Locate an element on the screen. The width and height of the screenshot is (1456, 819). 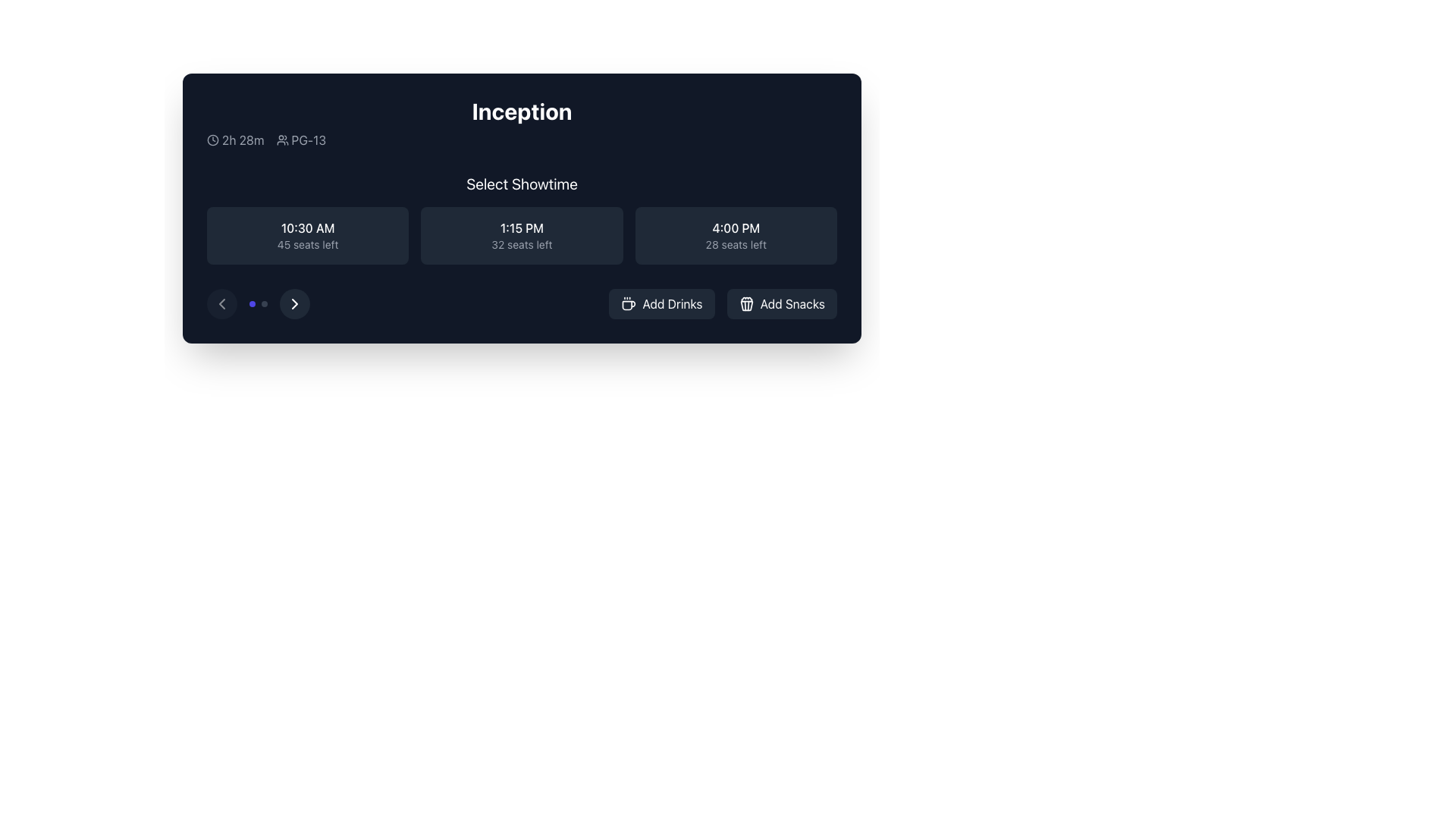
the 'Add Drinks' button which contains the minimalist coffee cup icon on its left side is located at coordinates (629, 304).